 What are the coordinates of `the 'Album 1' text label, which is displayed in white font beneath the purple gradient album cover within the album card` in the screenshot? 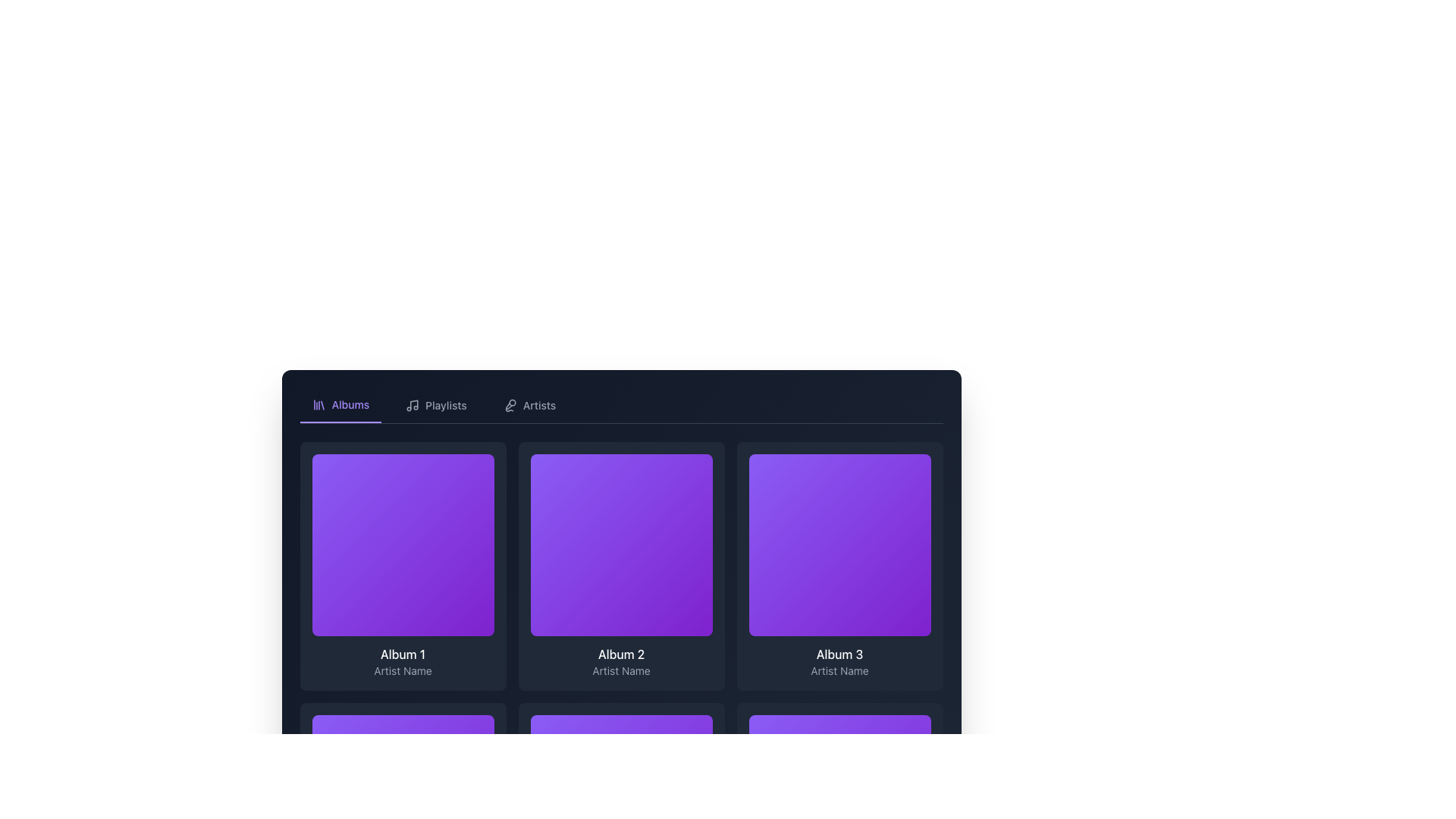 It's located at (403, 654).